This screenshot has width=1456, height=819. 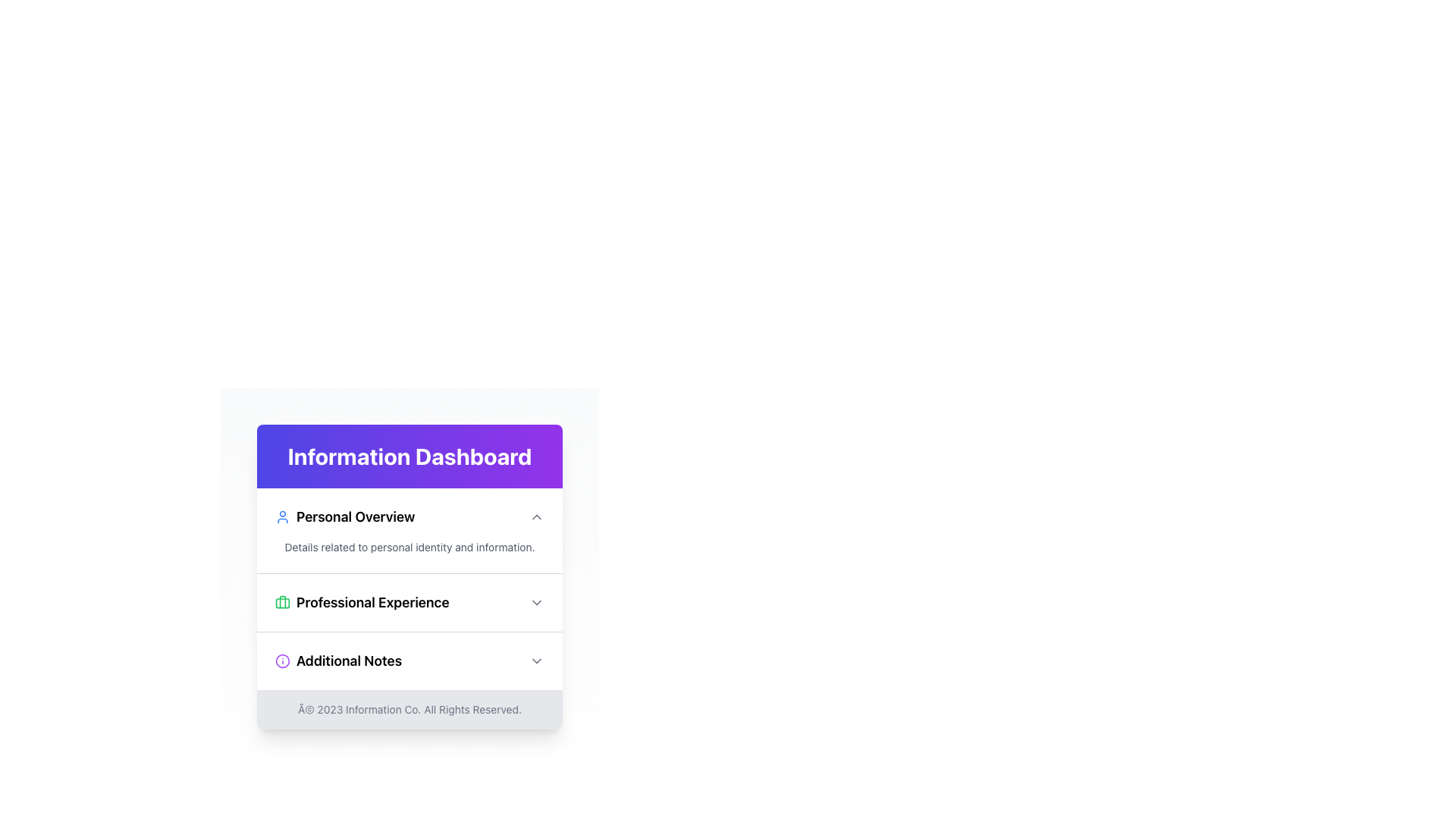 I want to click on the design of the circular icon with a purple hue and thin border, which is part of the 'Additional Notes' section heading, located to the left of the section title, so click(x=283, y=660).